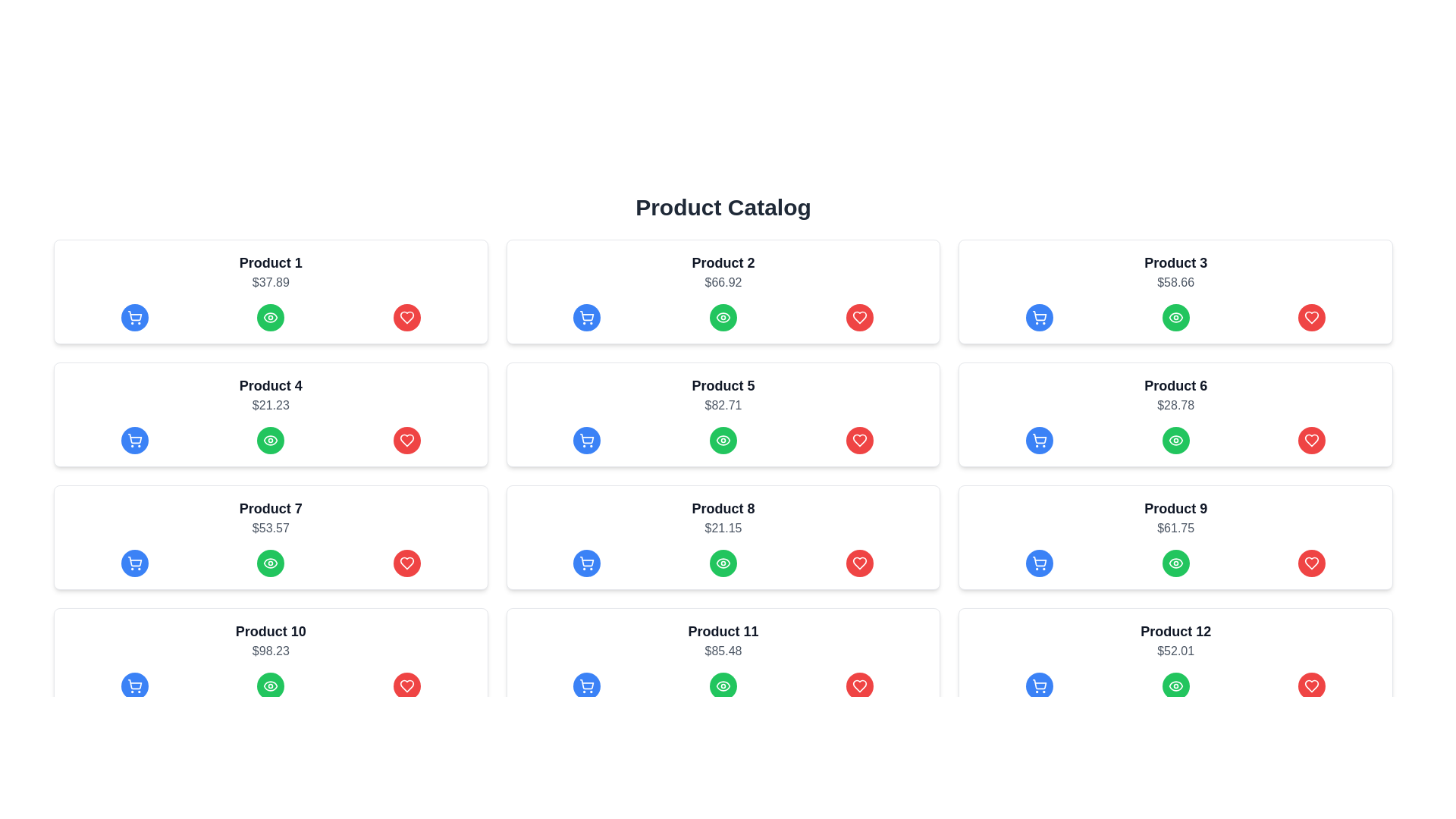 The image size is (1456, 819). I want to click on the circular green button with a white border featuring an eye icon for 'Product 12', so click(1175, 686).